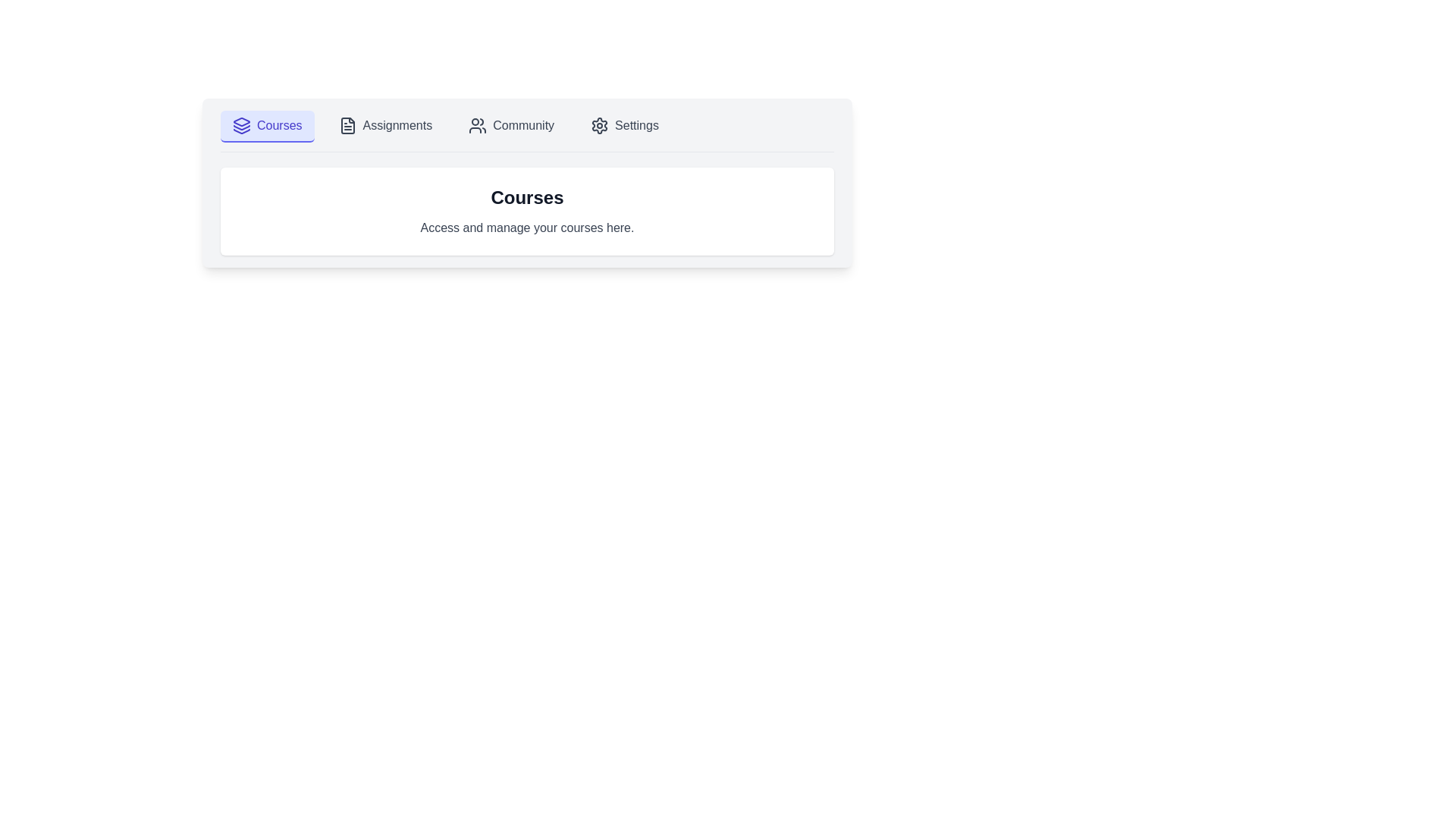  I want to click on the 'Courses' tab in the horizontal menu bar, so click(267, 125).